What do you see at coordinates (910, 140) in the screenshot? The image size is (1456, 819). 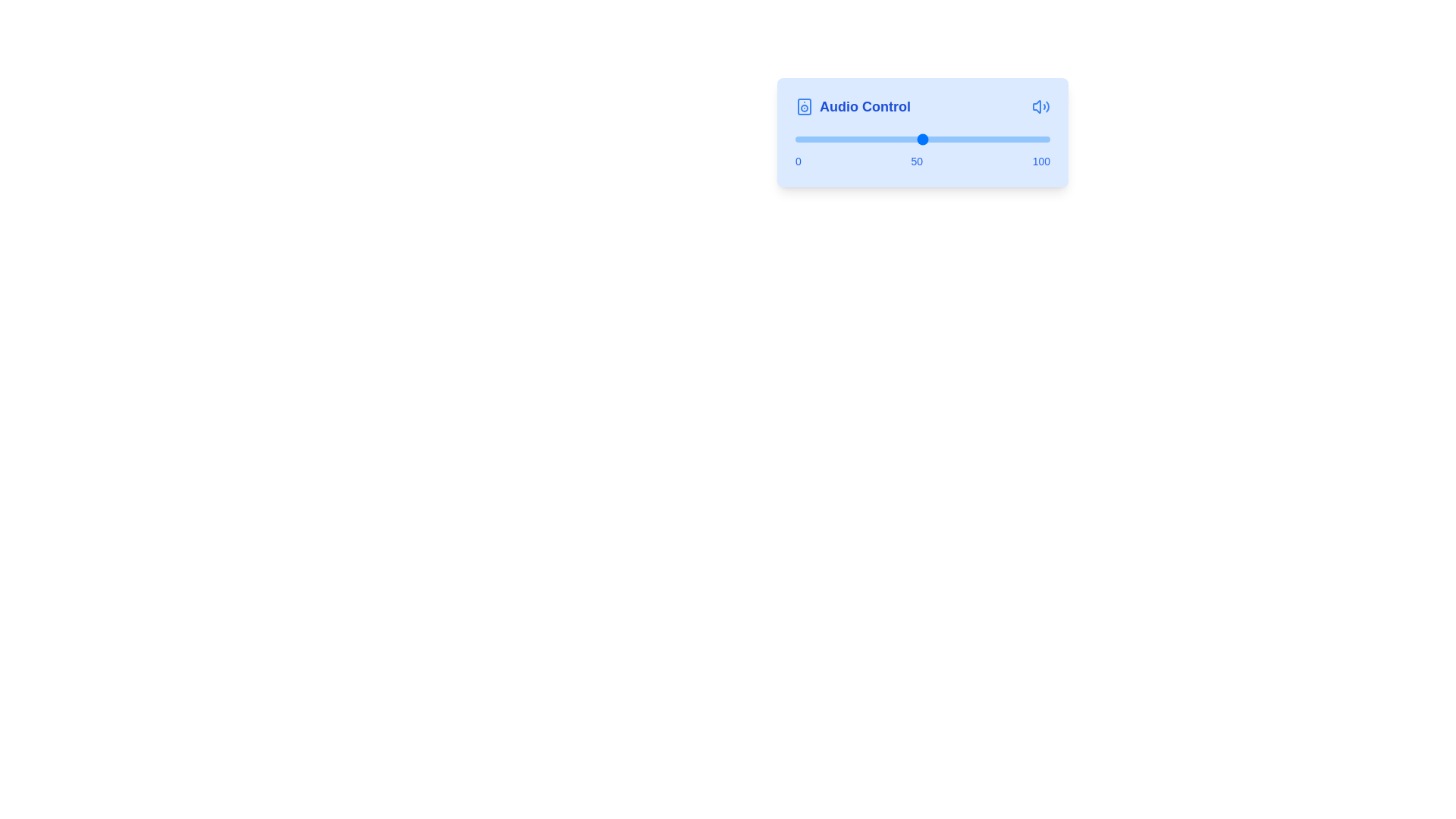 I see `the volume` at bounding box center [910, 140].